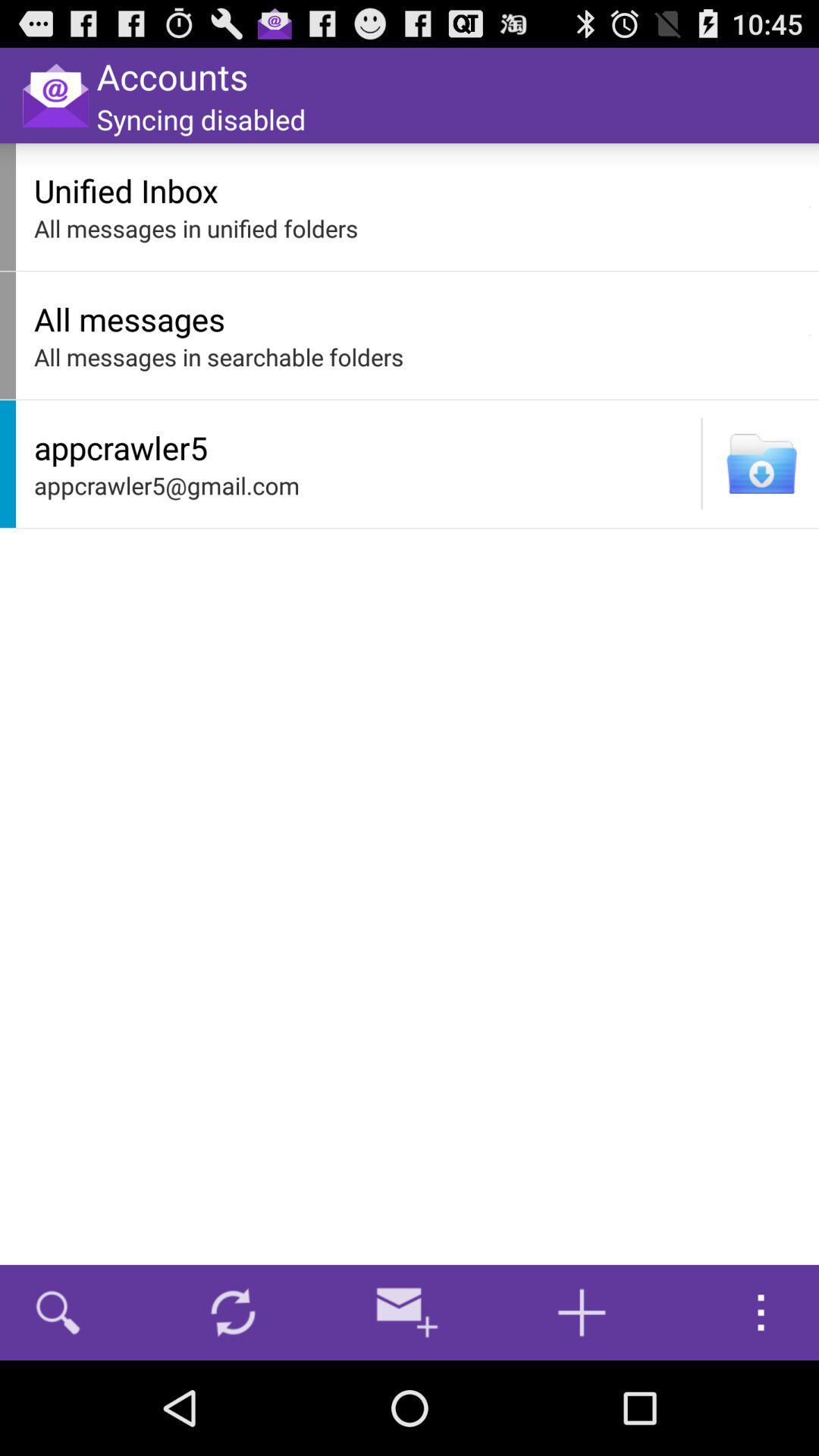 This screenshot has height=1456, width=819. What do you see at coordinates (701, 463) in the screenshot?
I see `item to the right of appcrawler5 app` at bounding box center [701, 463].